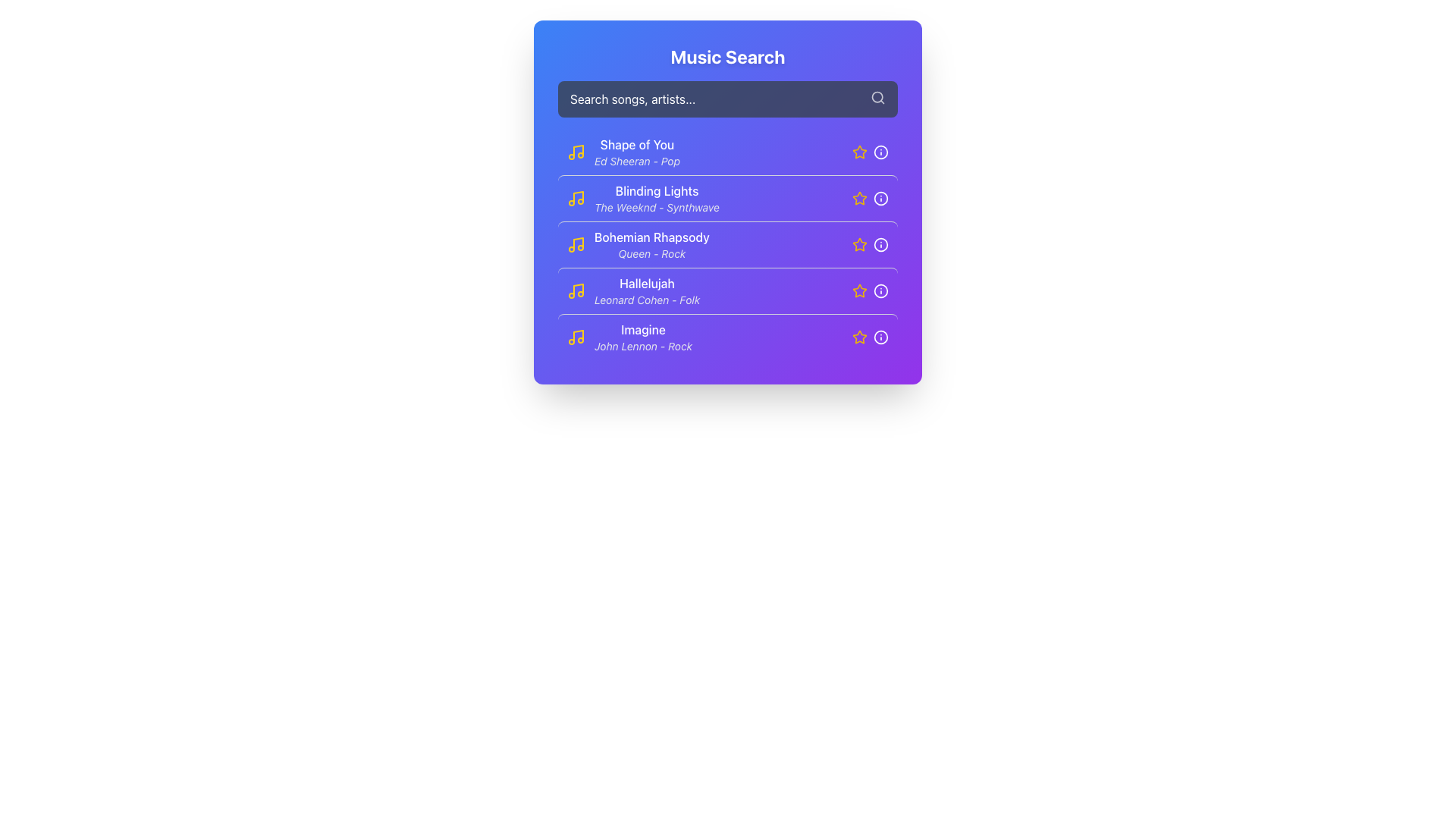 Image resolution: width=1456 pixels, height=819 pixels. Describe the element at coordinates (728, 244) in the screenshot. I see `the info button associated with the song 'Bohemian Rhapsody' by 'Queen' in the music search list` at that location.